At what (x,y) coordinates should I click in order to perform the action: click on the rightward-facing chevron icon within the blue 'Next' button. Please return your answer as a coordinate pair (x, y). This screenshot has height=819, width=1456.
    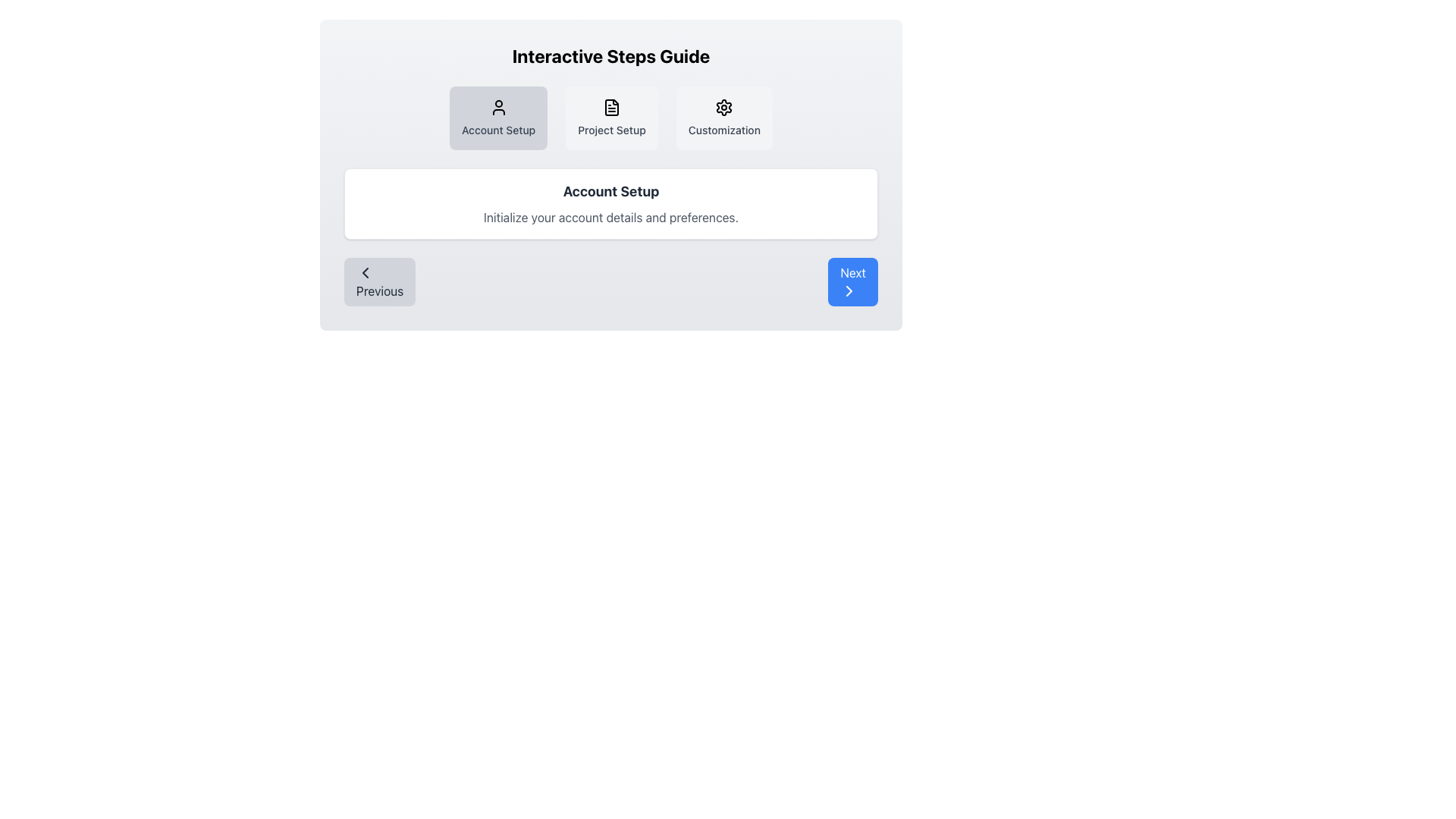
    Looking at the image, I should click on (849, 291).